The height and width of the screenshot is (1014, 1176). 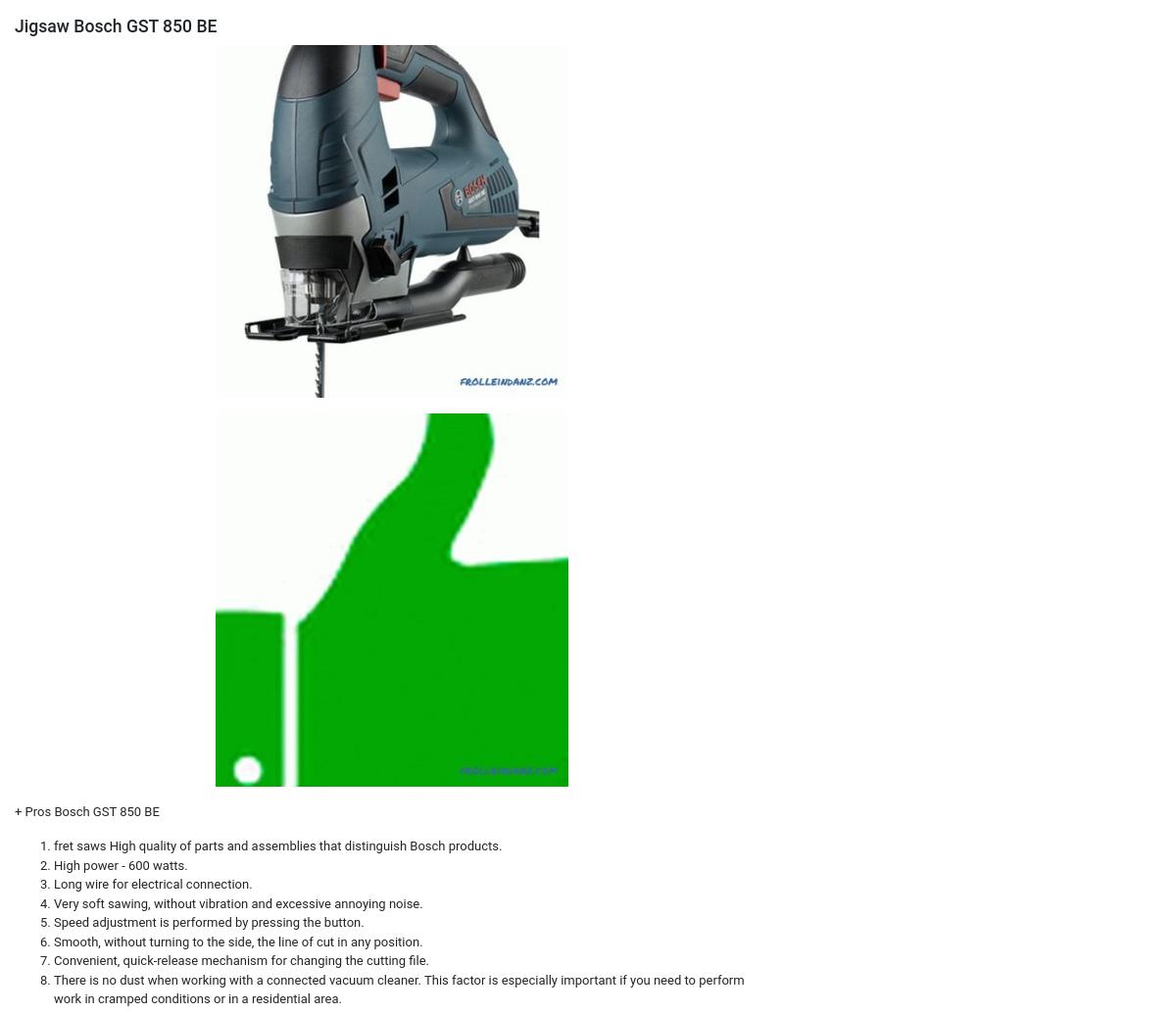 I want to click on 'Convenient, quick-release mechanism for changing the cutting file.', so click(x=239, y=959).